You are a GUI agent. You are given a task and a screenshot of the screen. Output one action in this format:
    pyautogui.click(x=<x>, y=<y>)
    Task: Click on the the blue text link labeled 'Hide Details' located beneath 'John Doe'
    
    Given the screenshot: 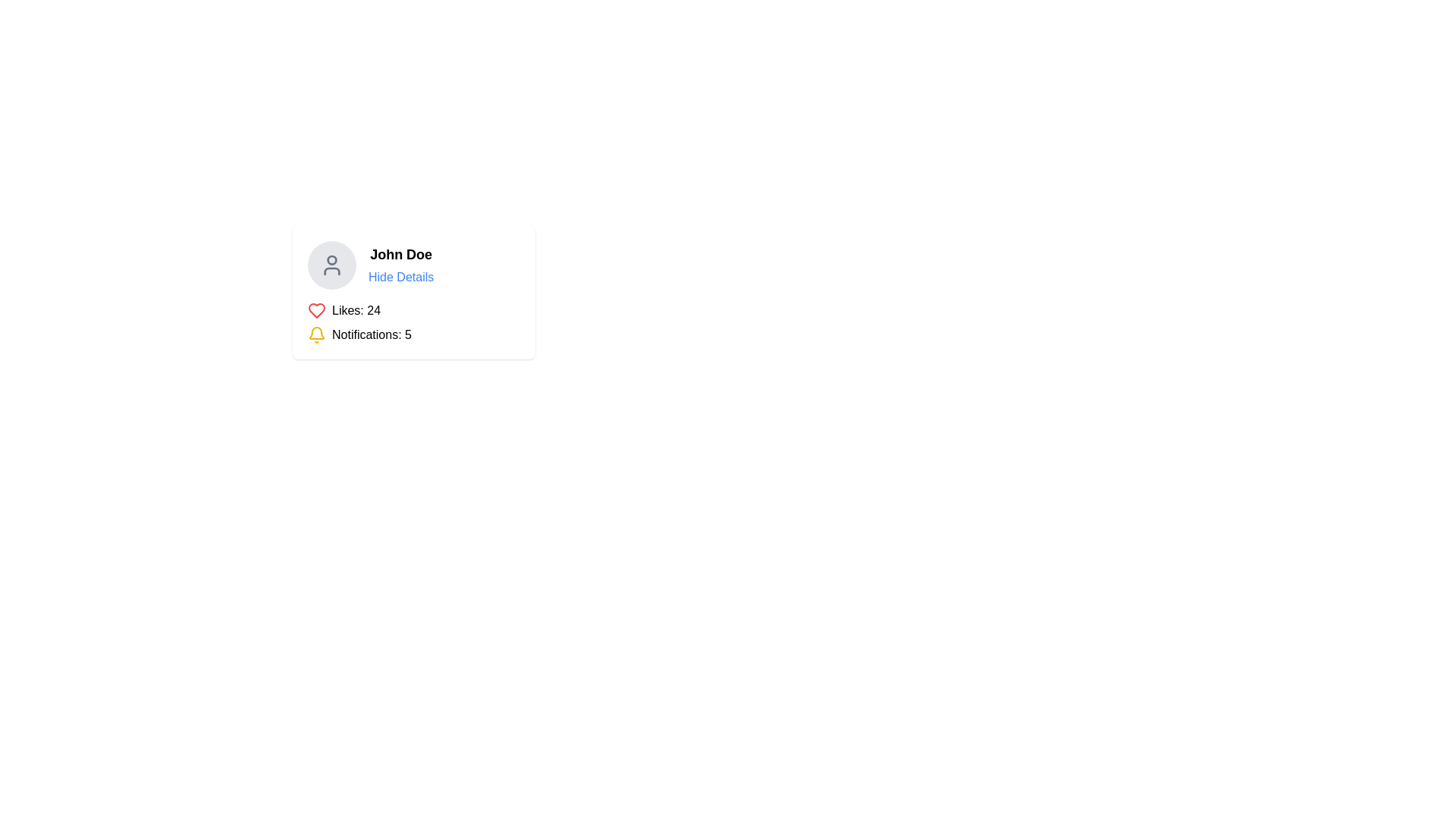 What is the action you would take?
    pyautogui.click(x=401, y=278)
    